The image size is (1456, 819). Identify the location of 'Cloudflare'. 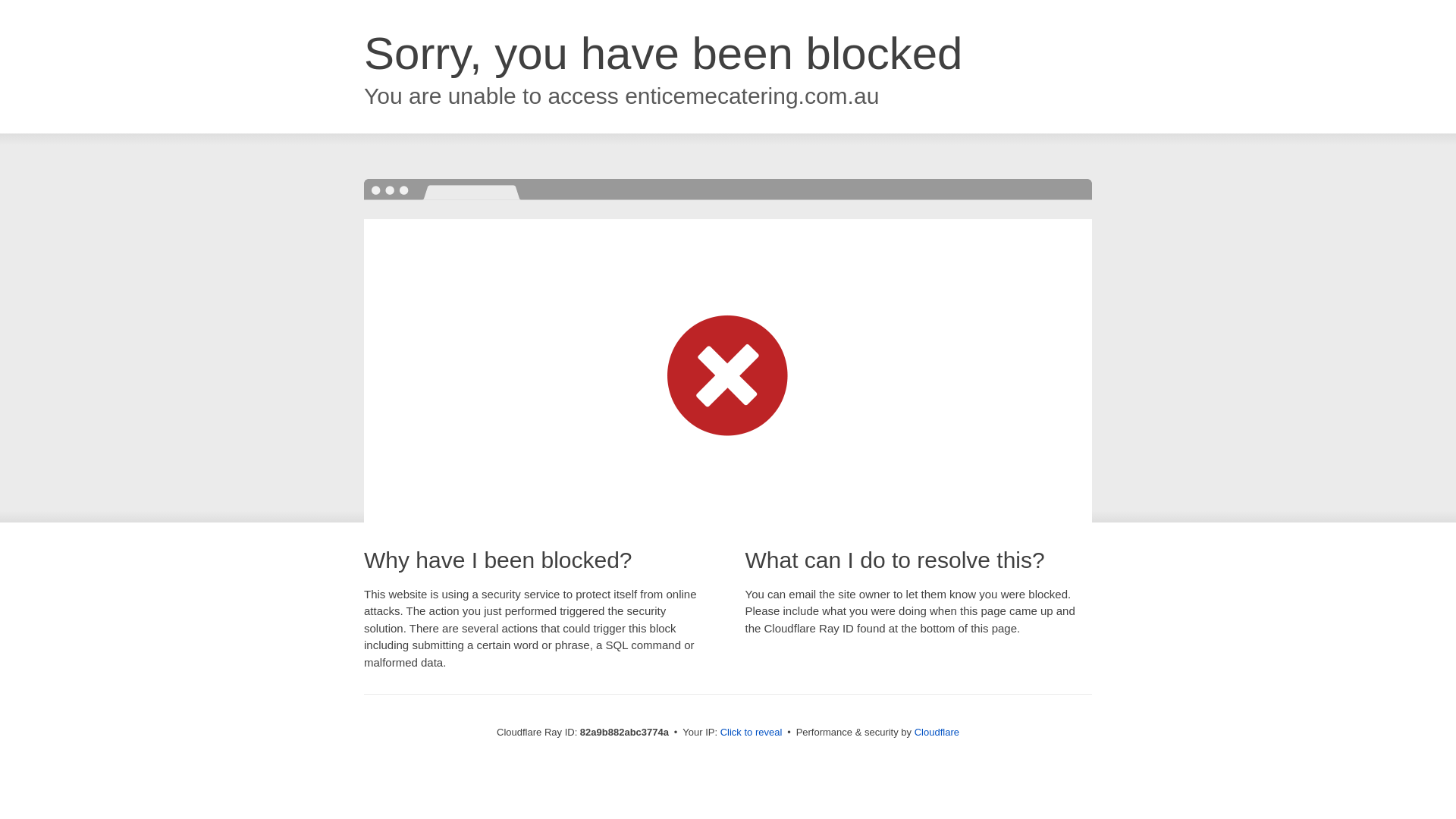
(936, 731).